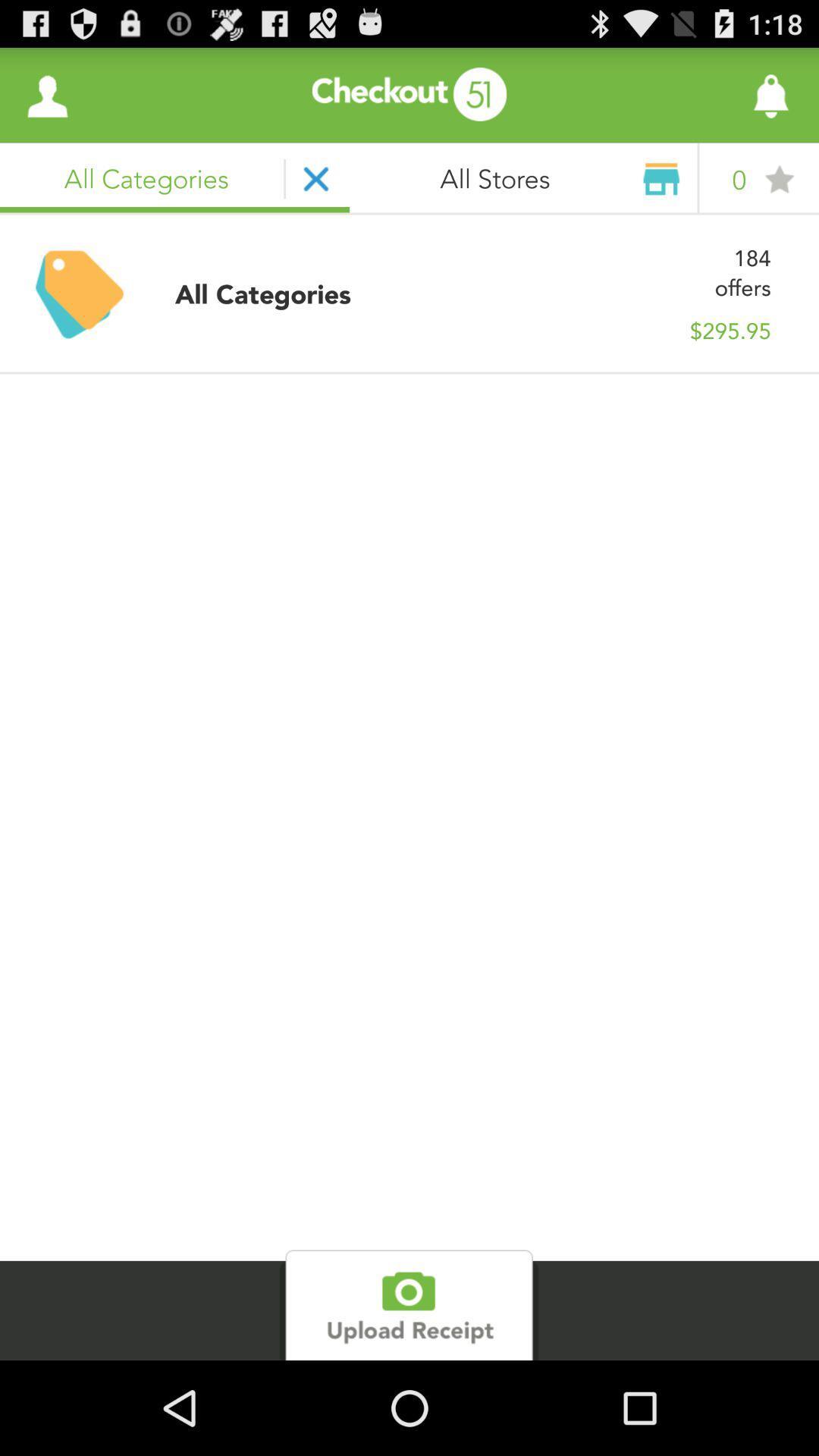 The width and height of the screenshot is (819, 1456). I want to click on the icon to the right of all stores item, so click(728, 94).